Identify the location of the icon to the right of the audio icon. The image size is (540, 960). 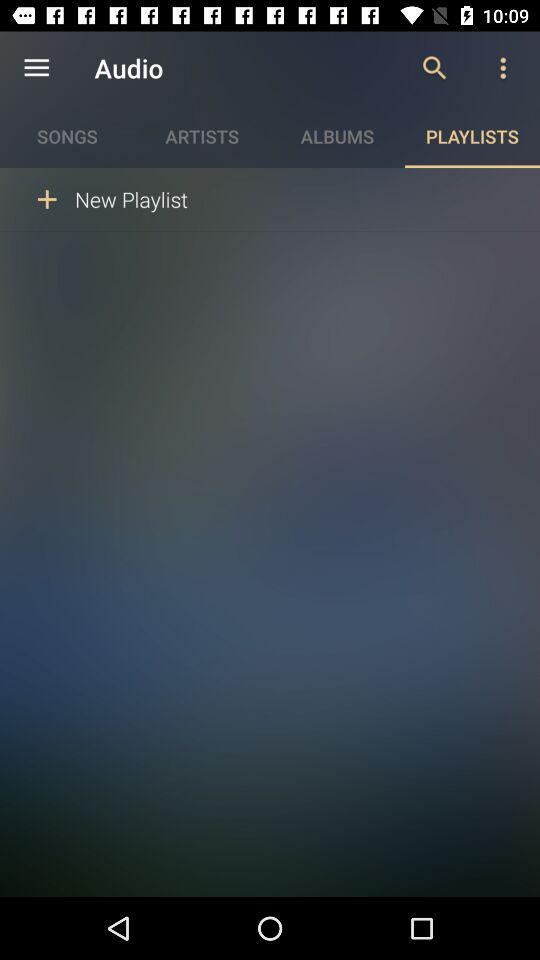
(434, 68).